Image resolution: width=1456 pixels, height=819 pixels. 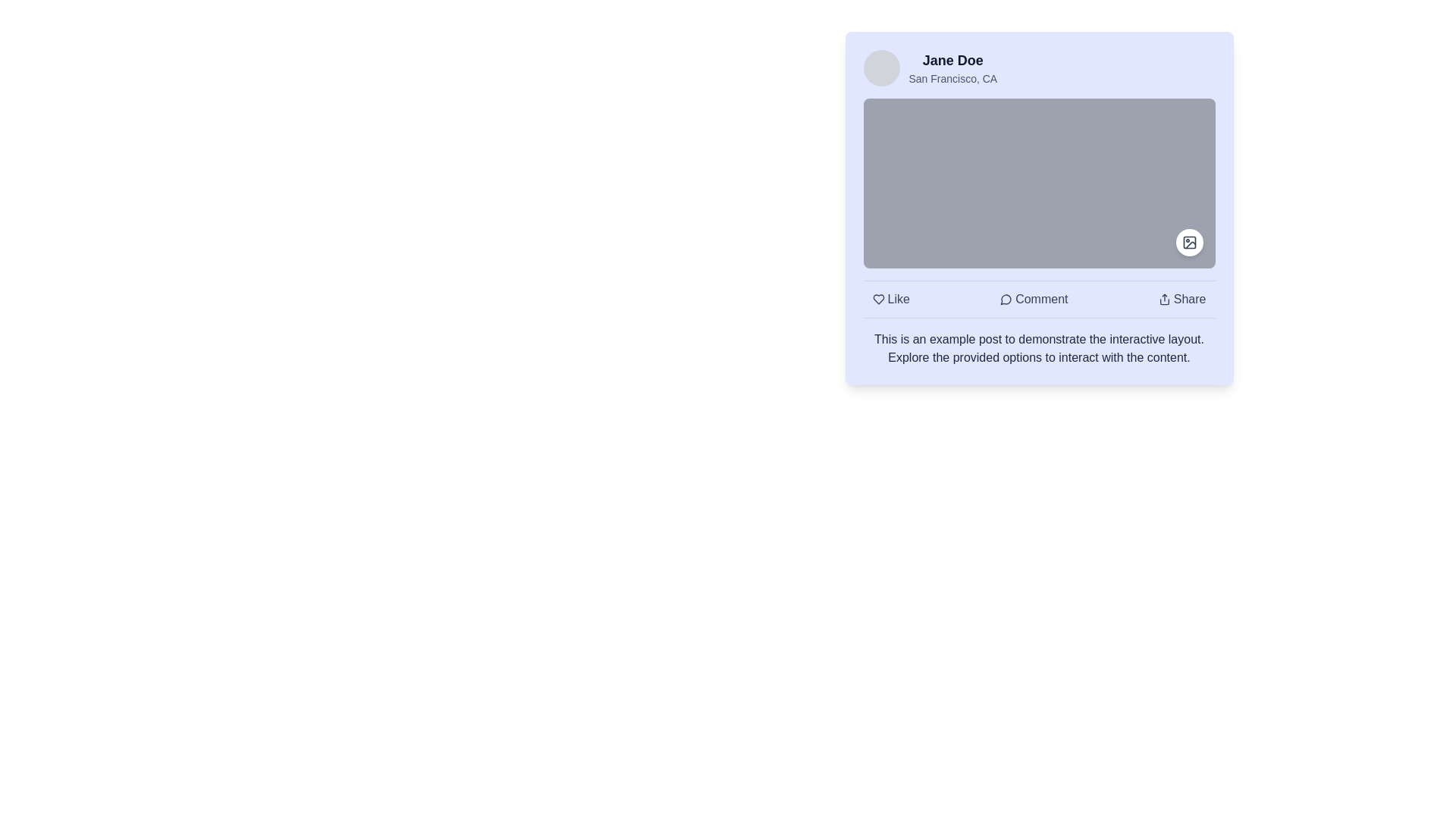 What do you see at coordinates (1163, 299) in the screenshot?
I see `the minimalistic upward arrow icon located to the left of the 'Share' text for additional options` at bounding box center [1163, 299].